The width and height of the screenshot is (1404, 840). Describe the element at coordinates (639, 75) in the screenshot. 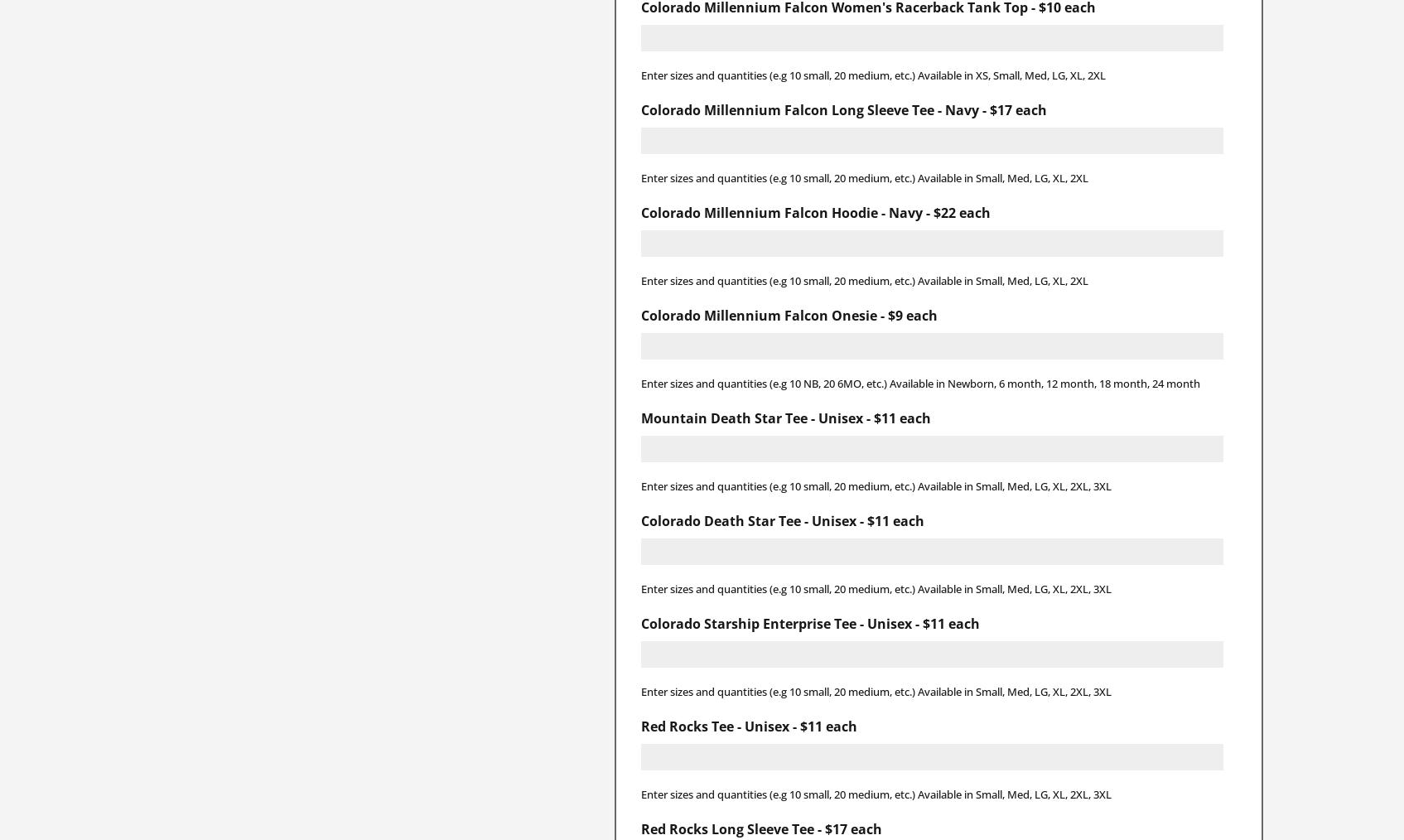

I see `'Enter sizes and quantities (e.g 10 small, 20 medium, etc.)
Available in XS, Small, Med, LG, XL, 2XL'` at that location.